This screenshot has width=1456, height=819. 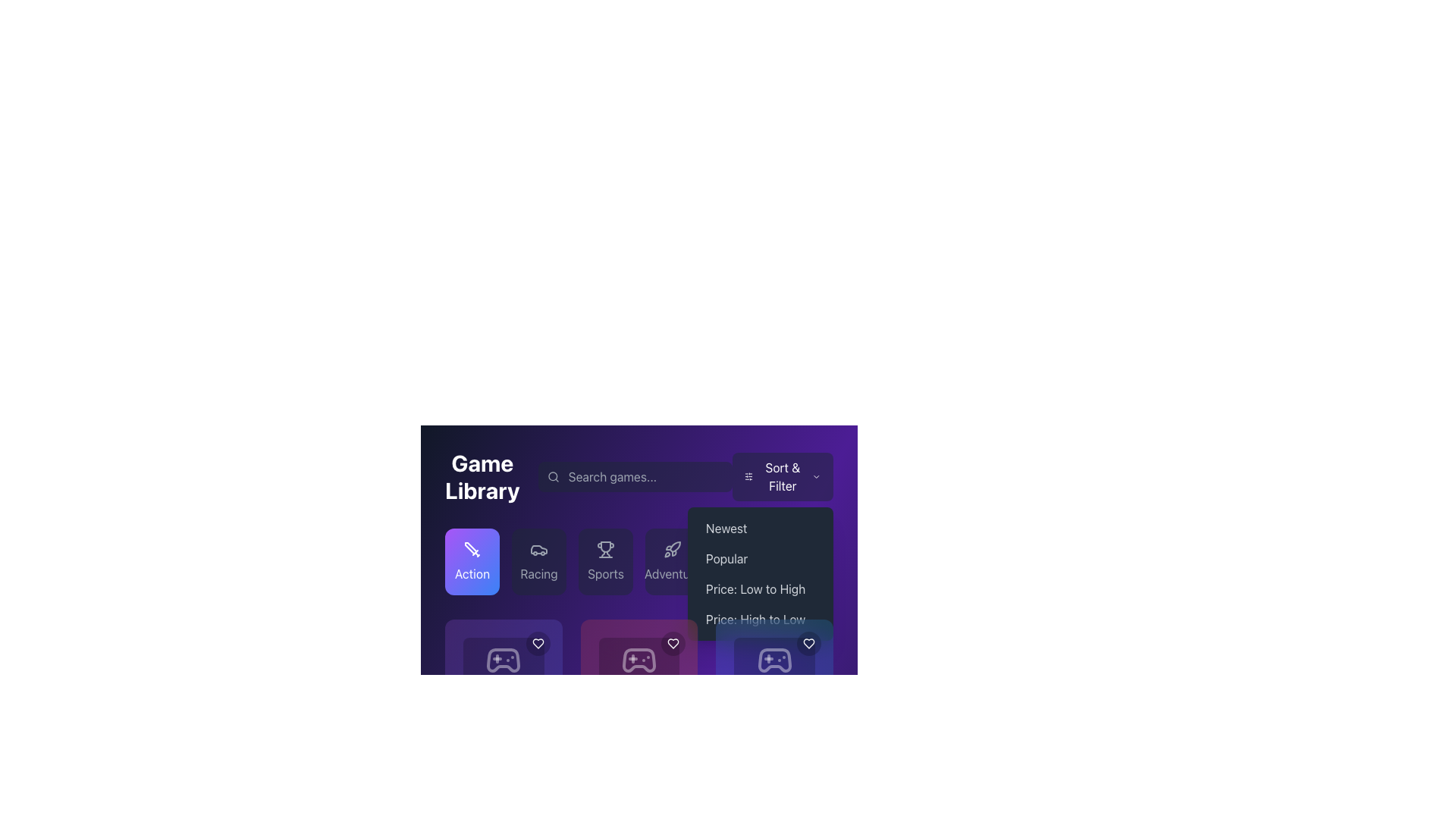 What do you see at coordinates (808, 643) in the screenshot?
I see `the favorite or like icon located at the bottom-right of the interface, just under the dropdown sorting menu` at bounding box center [808, 643].